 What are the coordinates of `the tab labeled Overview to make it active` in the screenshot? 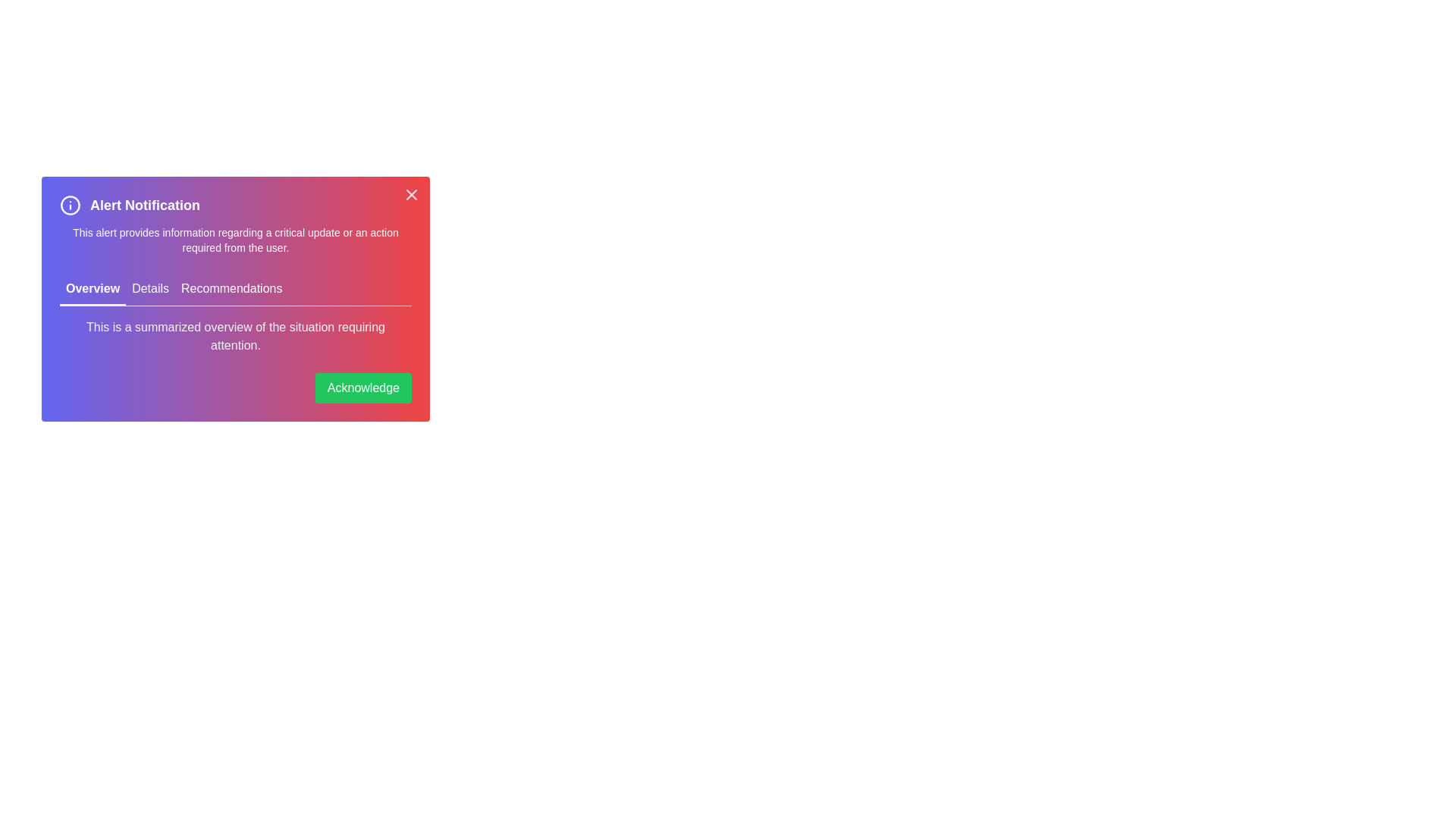 It's located at (92, 289).